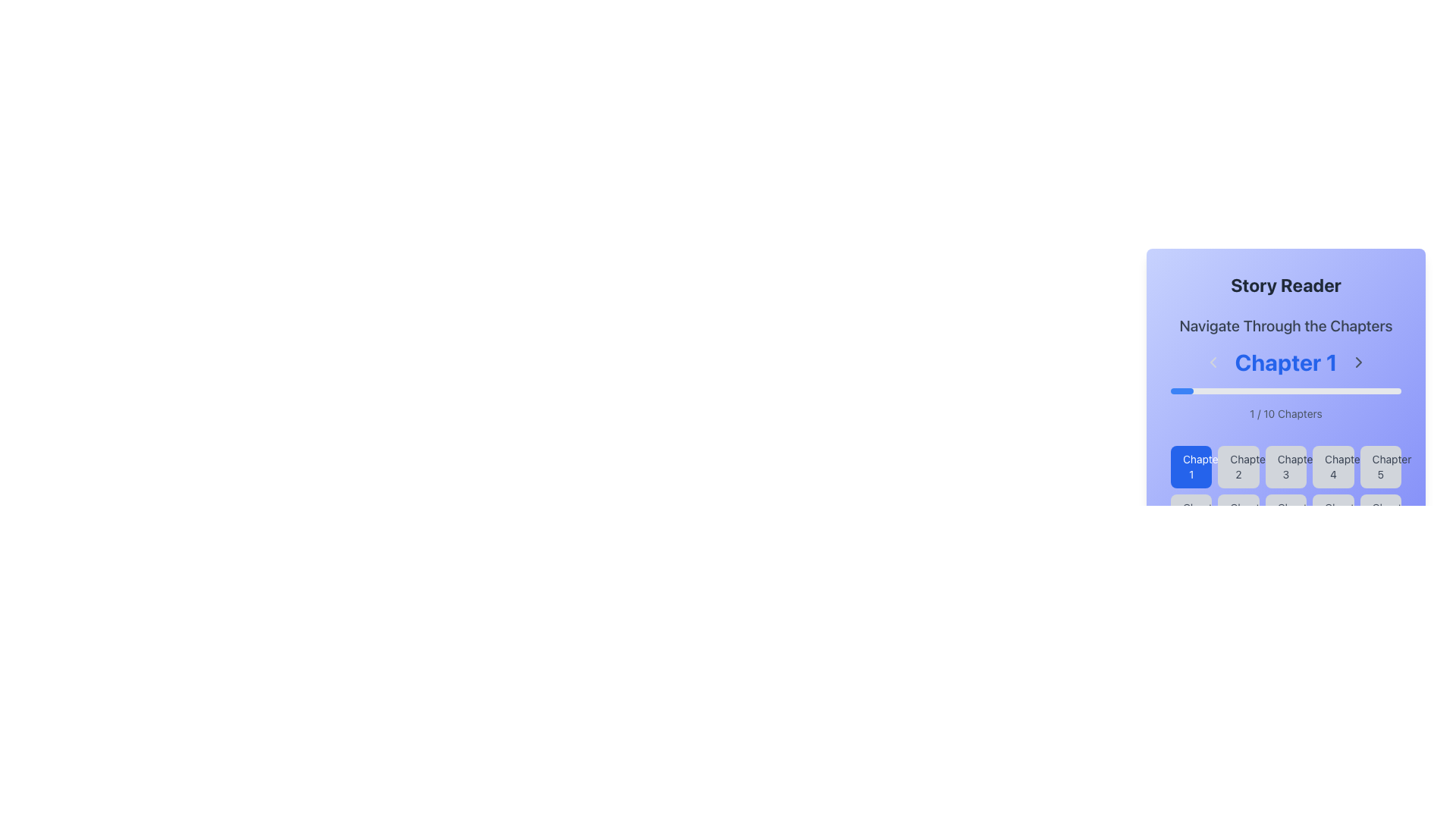 The image size is (1456, 819). Describe the element at coordinates (1285, 284) in the screenshot. I see `the main header text label indicating 'Story Reader', which serves as the title for the surrounding content` at that location.